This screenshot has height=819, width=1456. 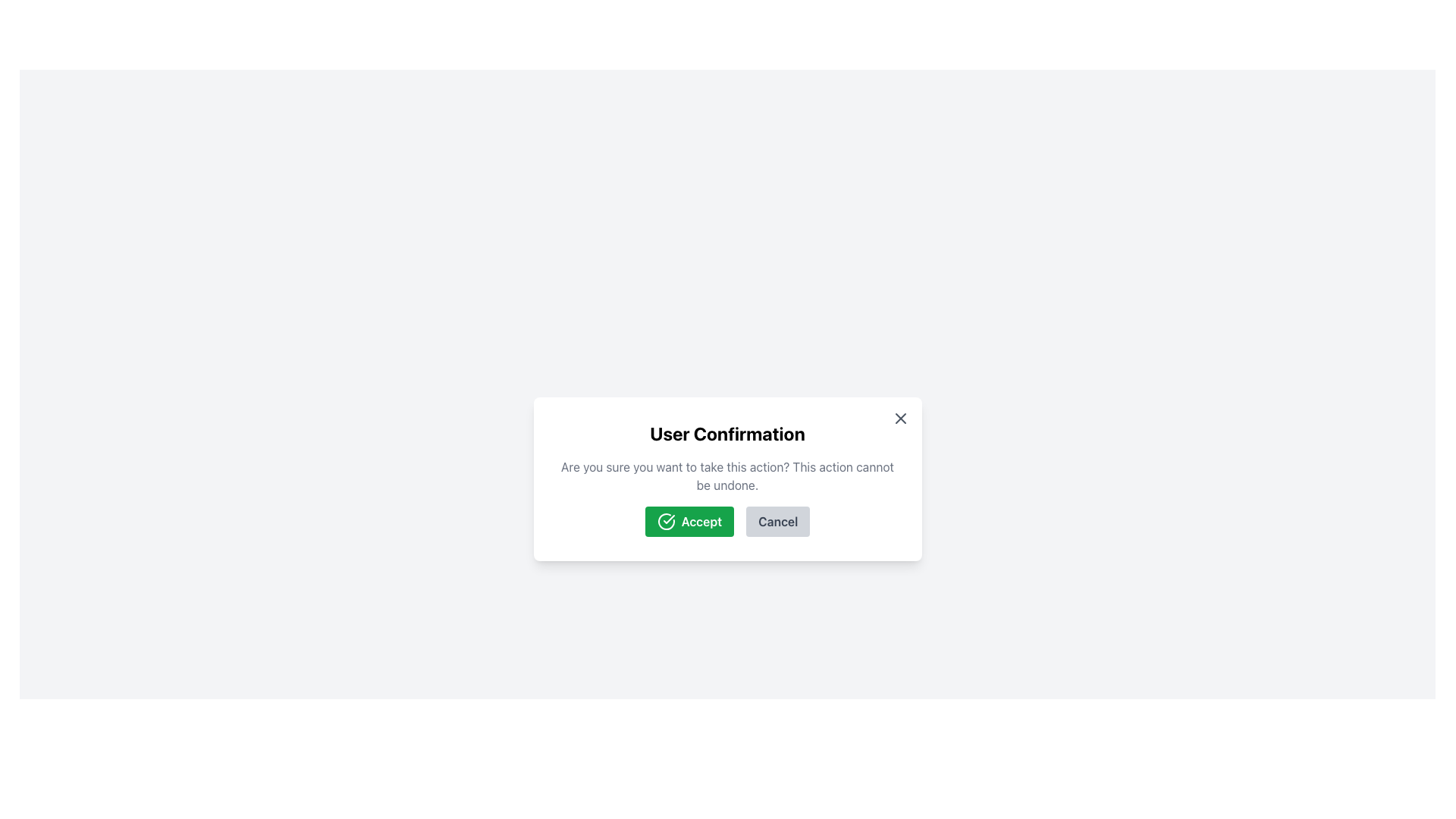 What do you see at coordinates (900, 418) in the screenshot?
I see `the 'X' icon used for closing dialogs, located at the top-right corner of the dialog box` at bounding box center [900, 418].